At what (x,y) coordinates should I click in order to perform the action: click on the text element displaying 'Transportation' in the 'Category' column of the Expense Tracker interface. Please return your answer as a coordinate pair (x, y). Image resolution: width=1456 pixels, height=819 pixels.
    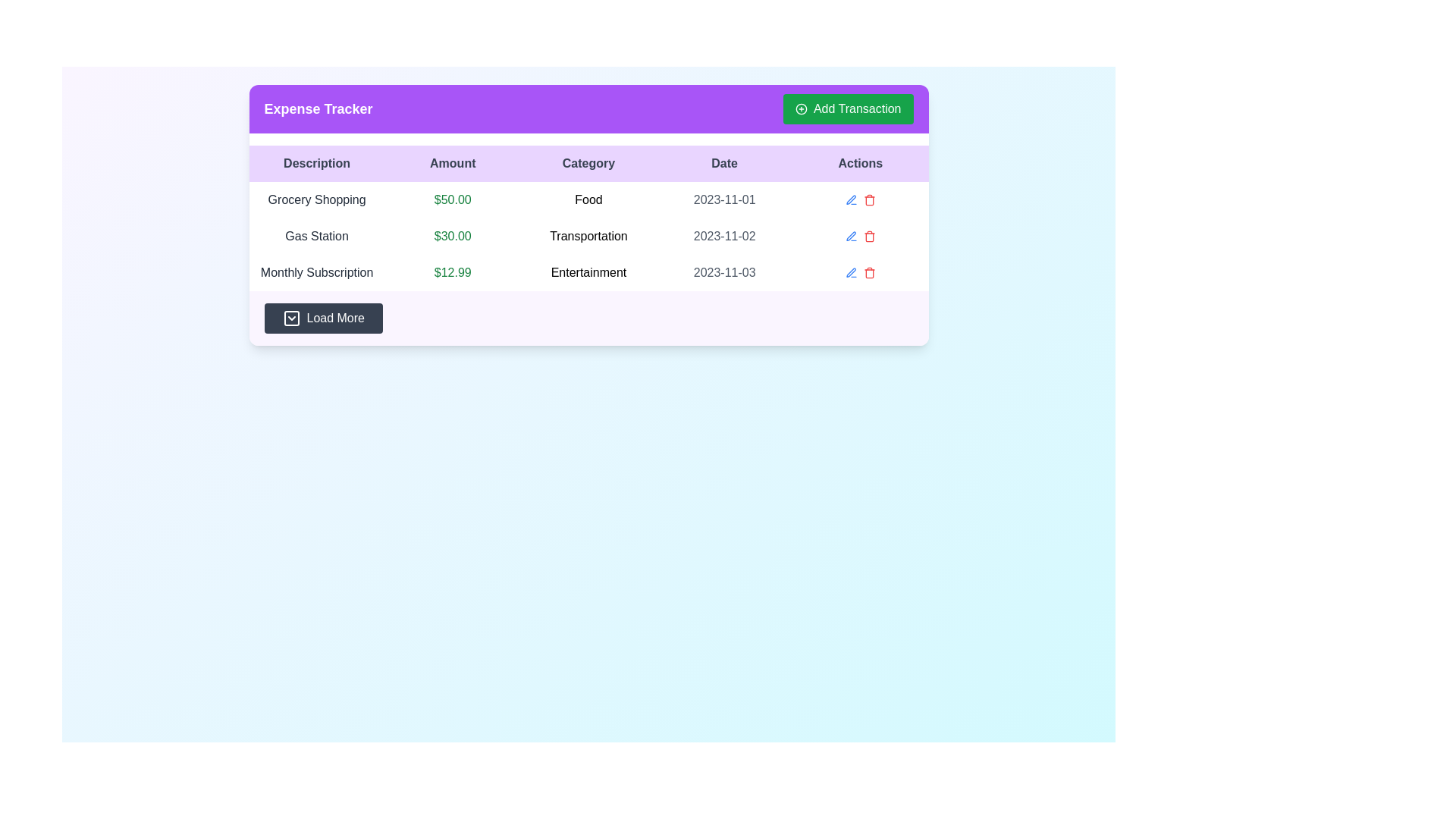
    Looking at the image, I should click on (588, 237).